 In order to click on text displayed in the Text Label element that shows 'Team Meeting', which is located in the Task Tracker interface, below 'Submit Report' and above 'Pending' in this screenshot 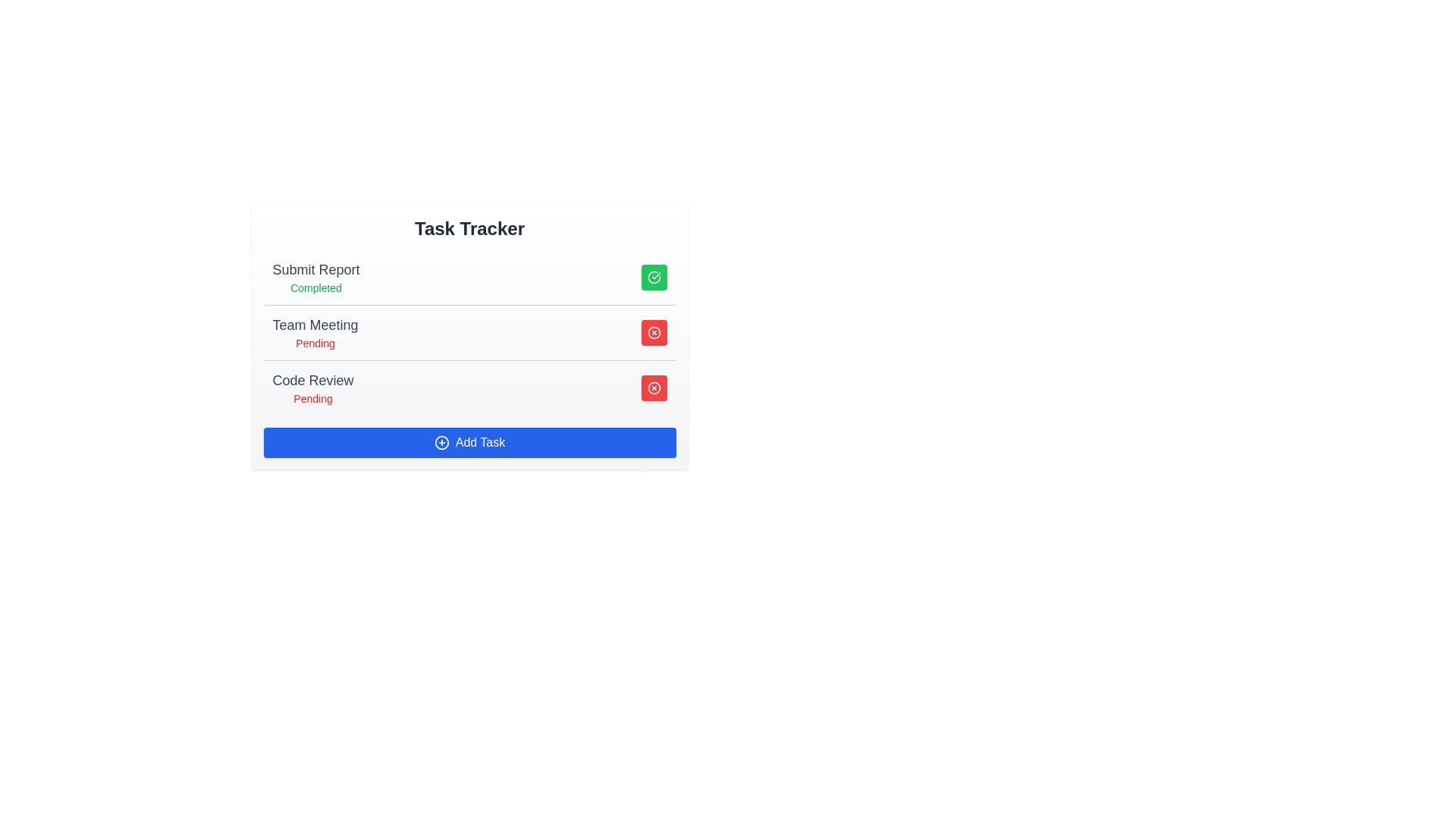, I will do `click(315, 324)`.